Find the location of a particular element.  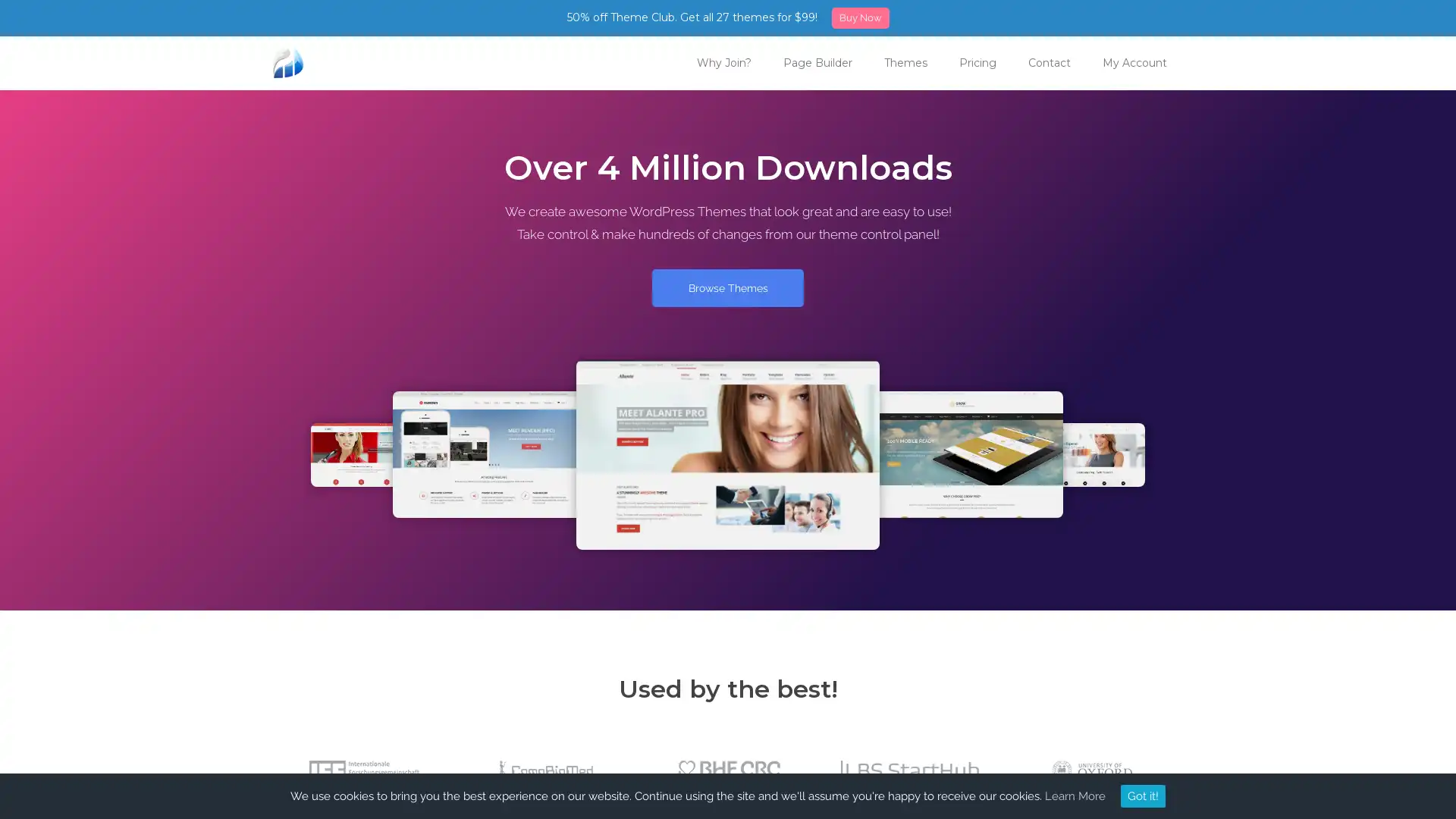

Buy Now is located at coordinates (859, 17).